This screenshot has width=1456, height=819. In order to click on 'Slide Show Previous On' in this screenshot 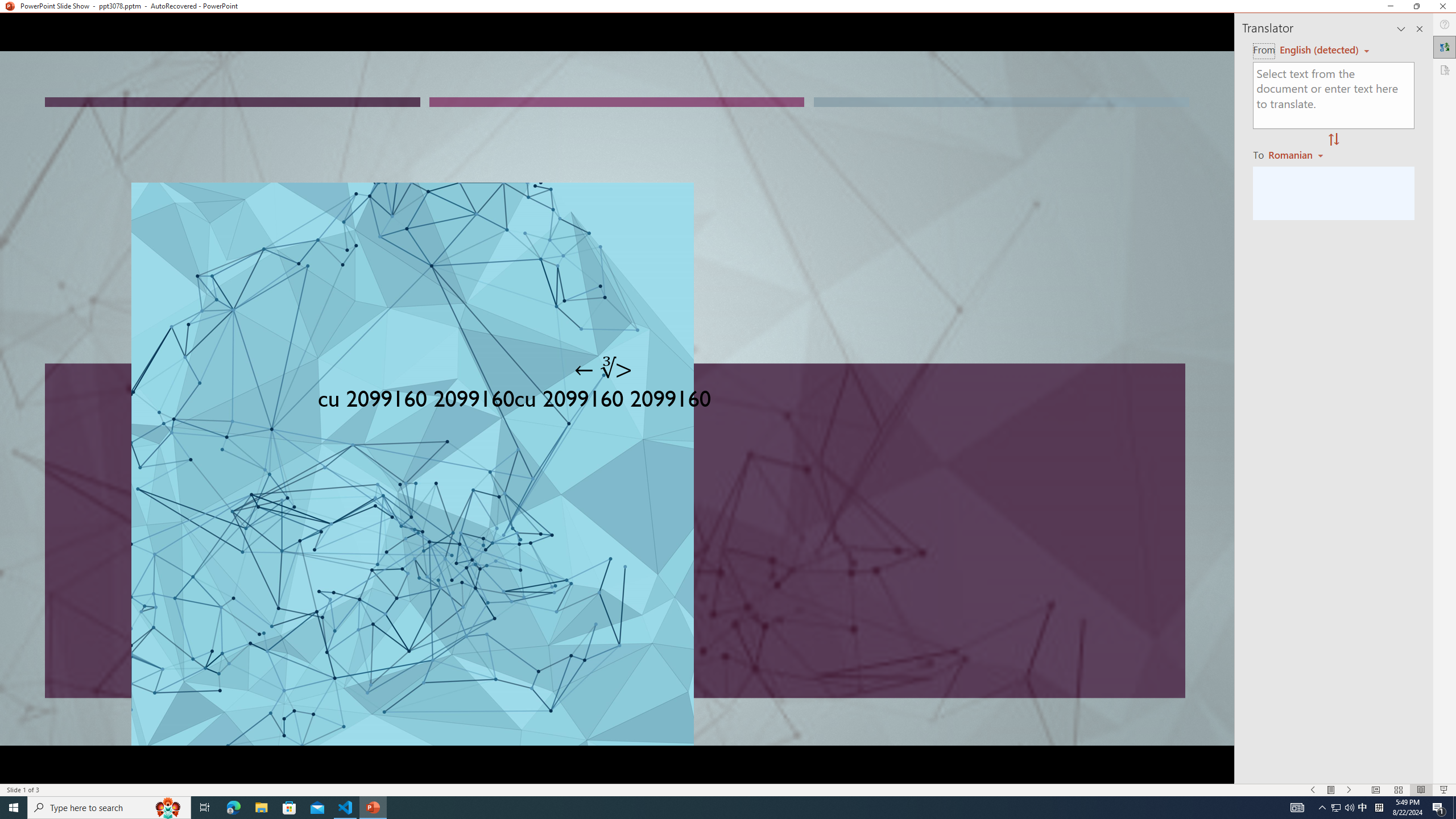, I will do `click(1313, 790)`.